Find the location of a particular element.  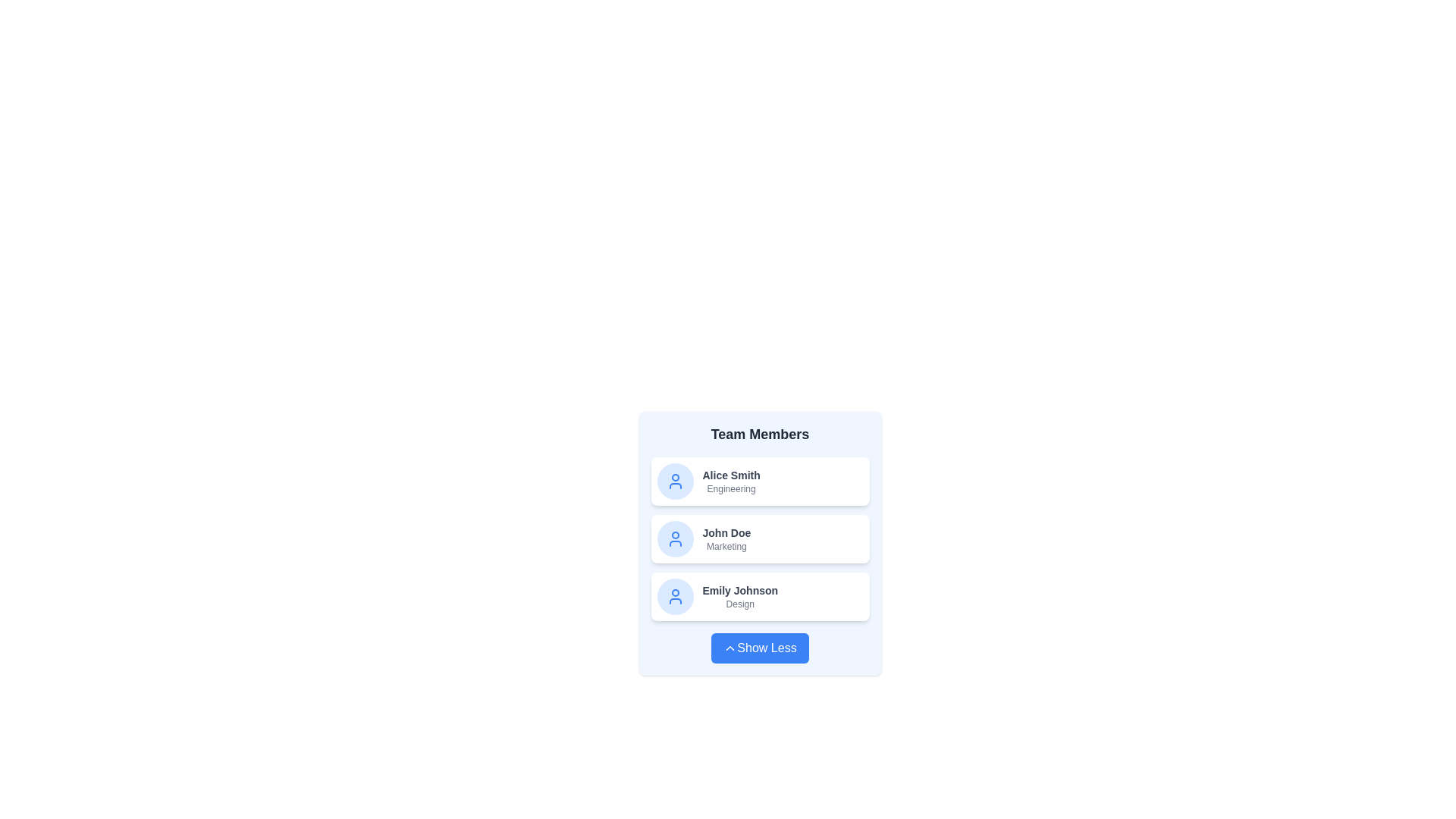

the blue circular profile icon representing 'Emily Johnson' located in the third list item of the 'Team Members' section is located at coordinates (674, 595).